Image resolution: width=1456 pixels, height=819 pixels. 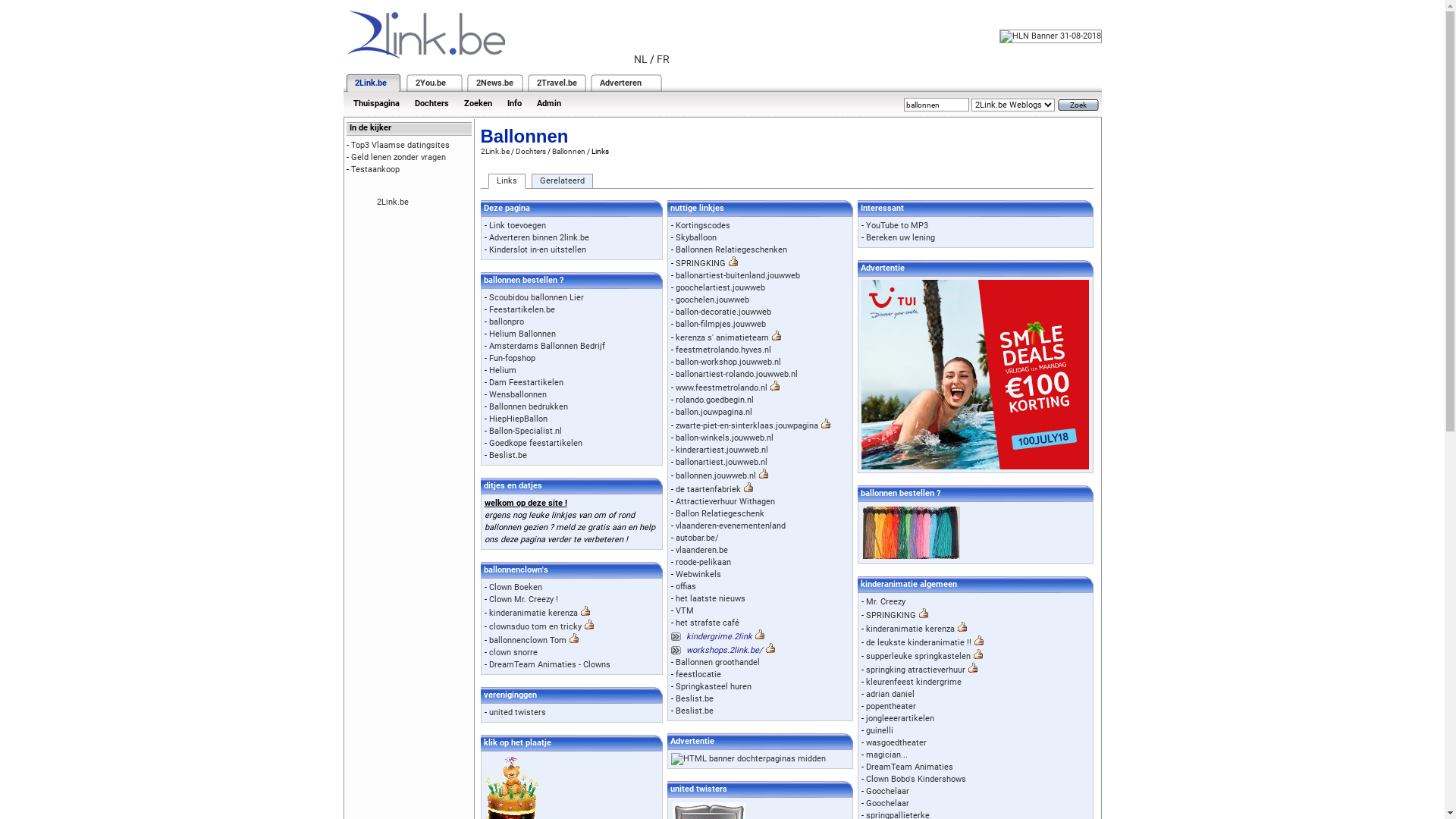 I want to click on 'popentheater', so click(x=891, y=706).